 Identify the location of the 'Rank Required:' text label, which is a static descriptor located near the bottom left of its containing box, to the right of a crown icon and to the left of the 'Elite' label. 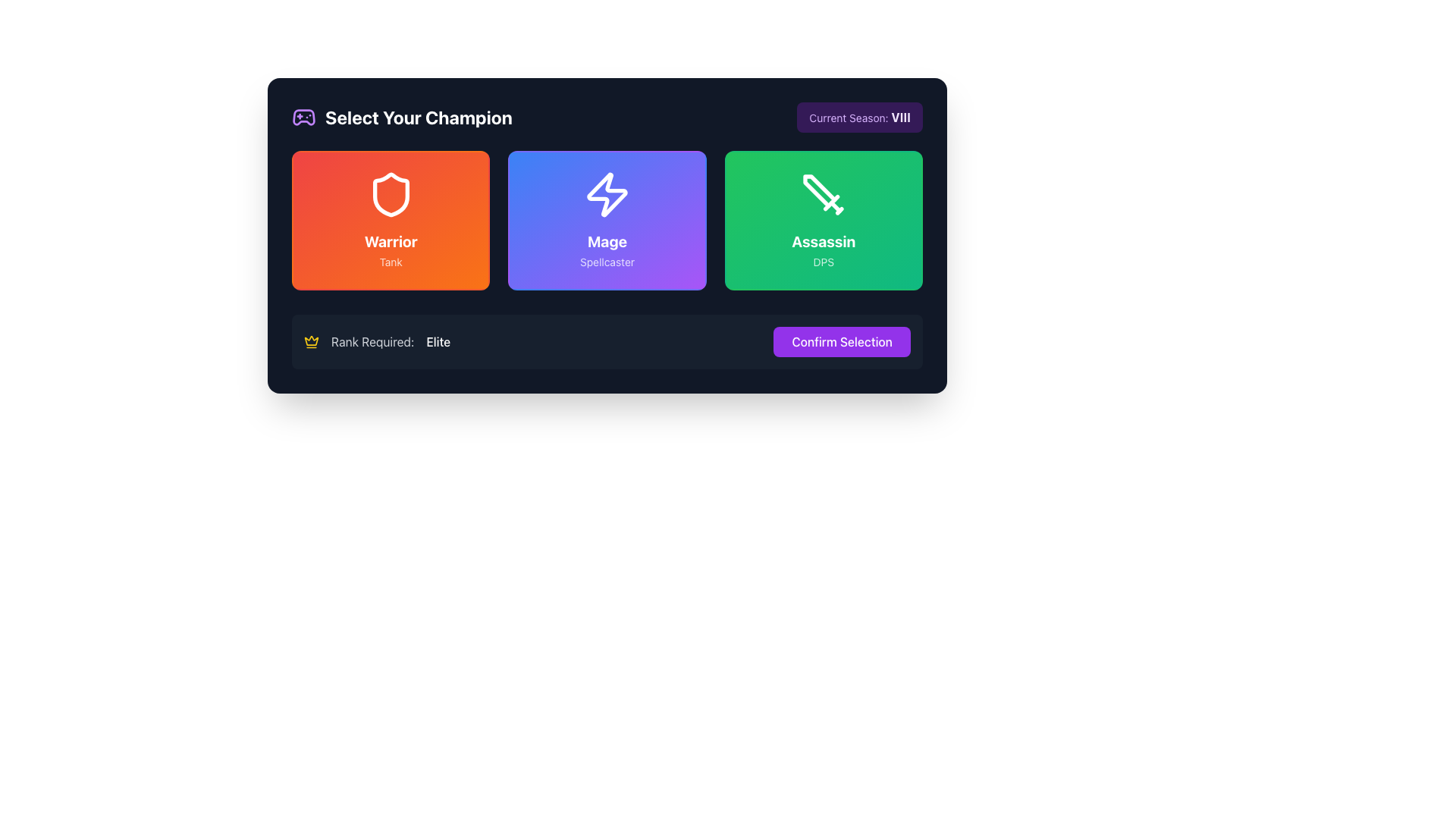
(372, 342).